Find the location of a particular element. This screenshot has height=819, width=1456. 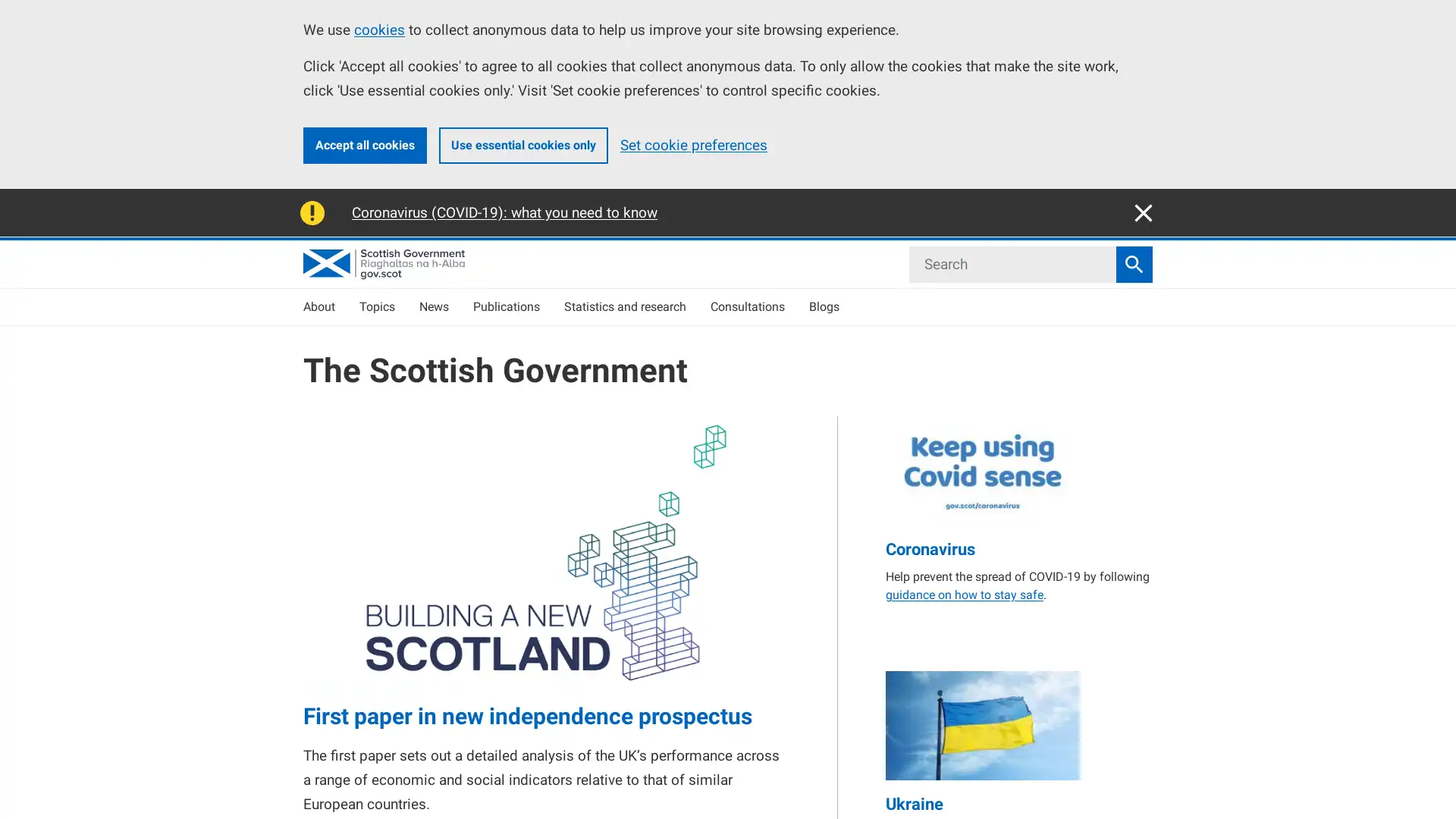

Accept all cookies is located at coordinates (365, 145).